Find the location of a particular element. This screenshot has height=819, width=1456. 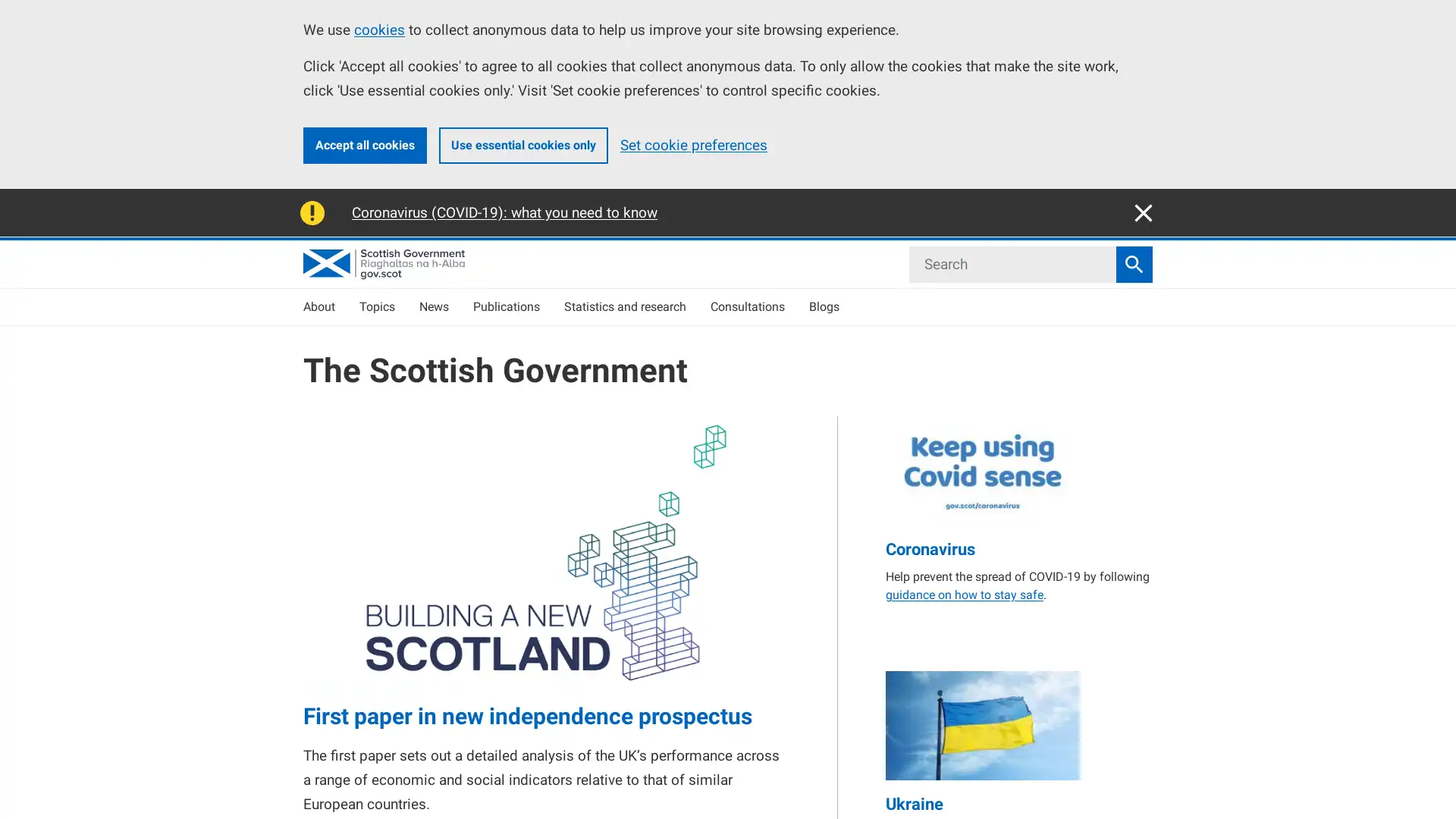

Accept all cookies is located at coordinates (365, 145).